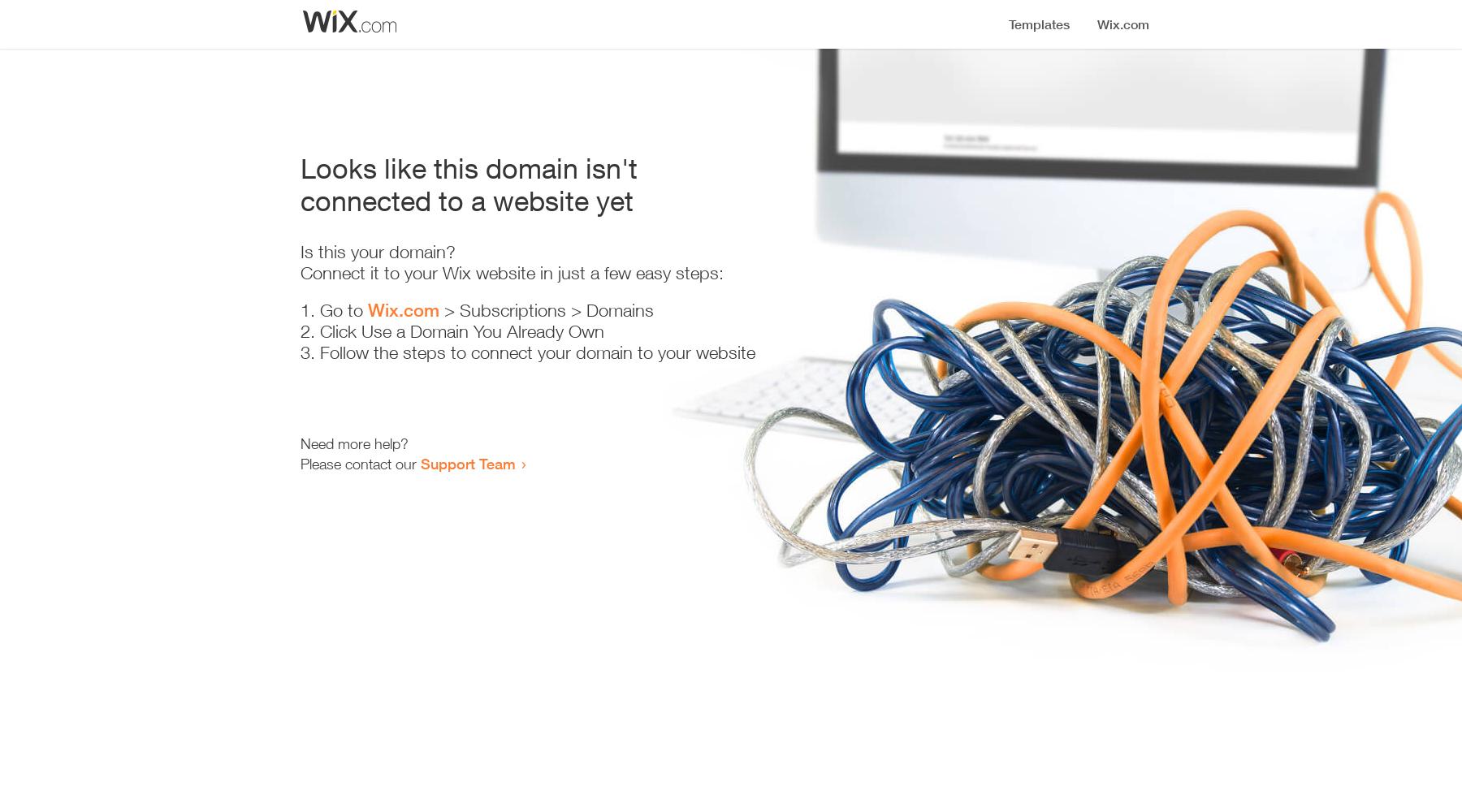  I want to click on 'Looks like this domain isn't', so click(469, 167).